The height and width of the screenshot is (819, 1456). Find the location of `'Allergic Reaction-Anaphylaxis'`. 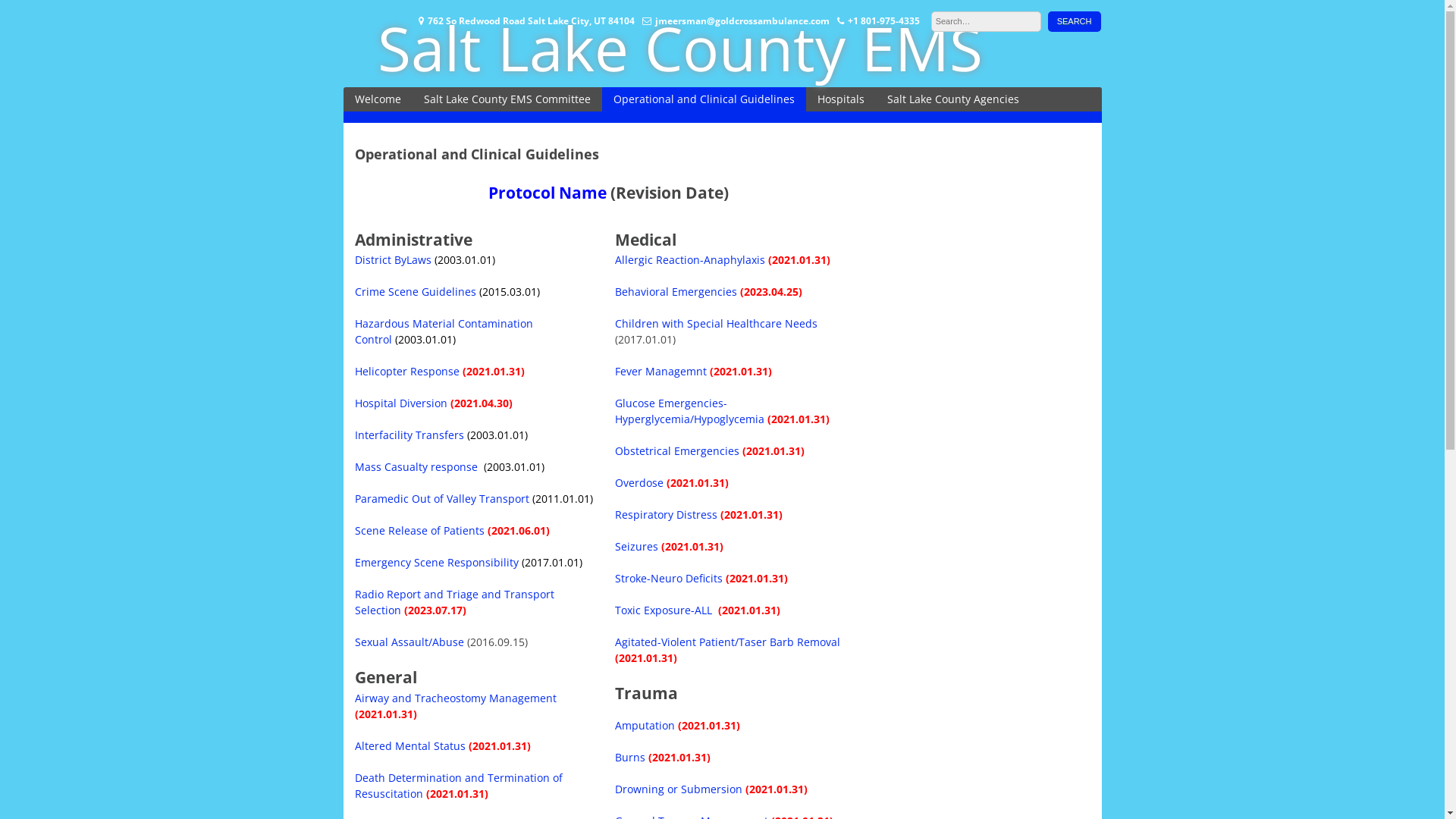

'Allergic Reaction-Anaphylaxis' is located at coordinates (691, 259).